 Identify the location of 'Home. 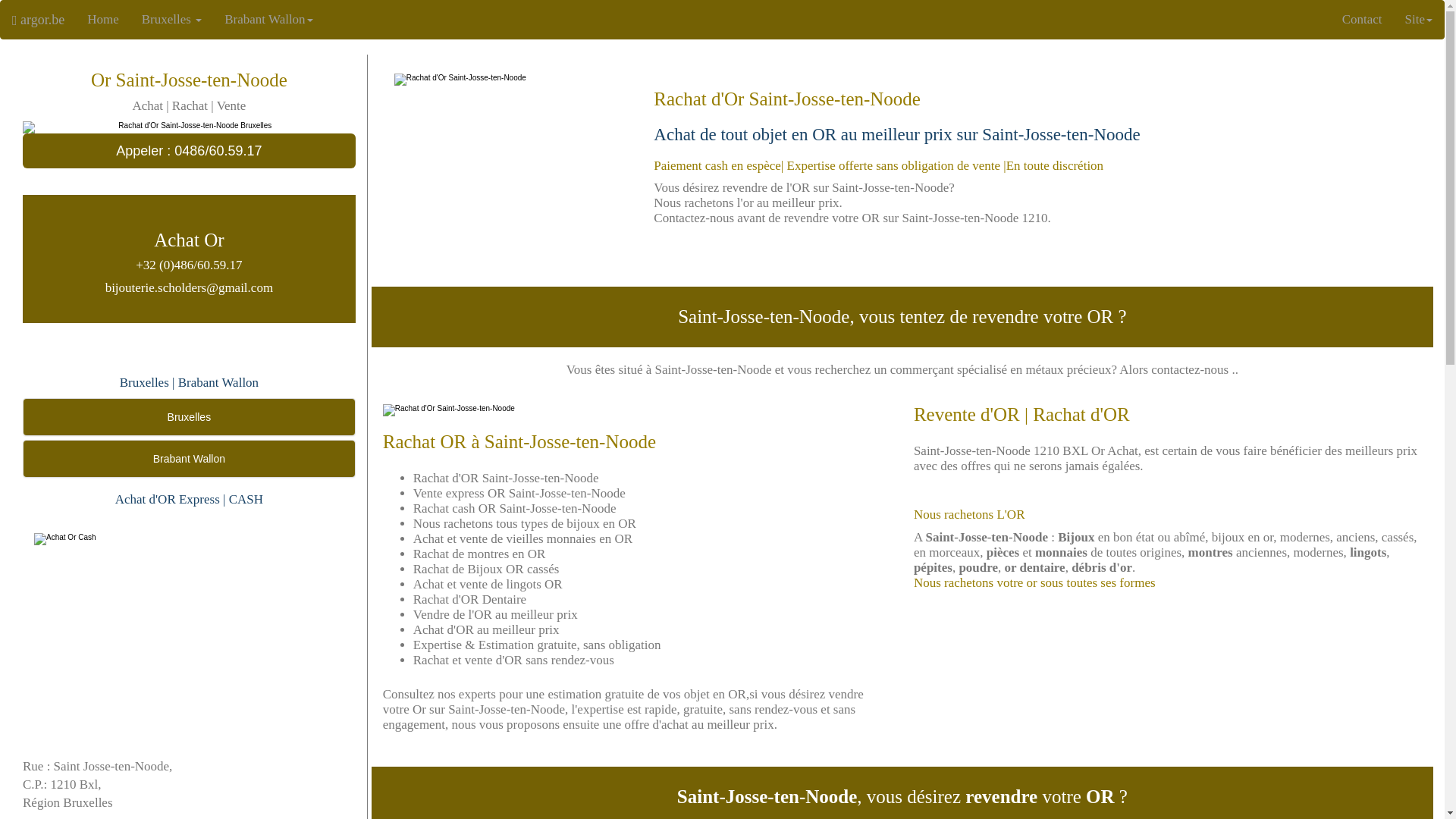
(102, 20).